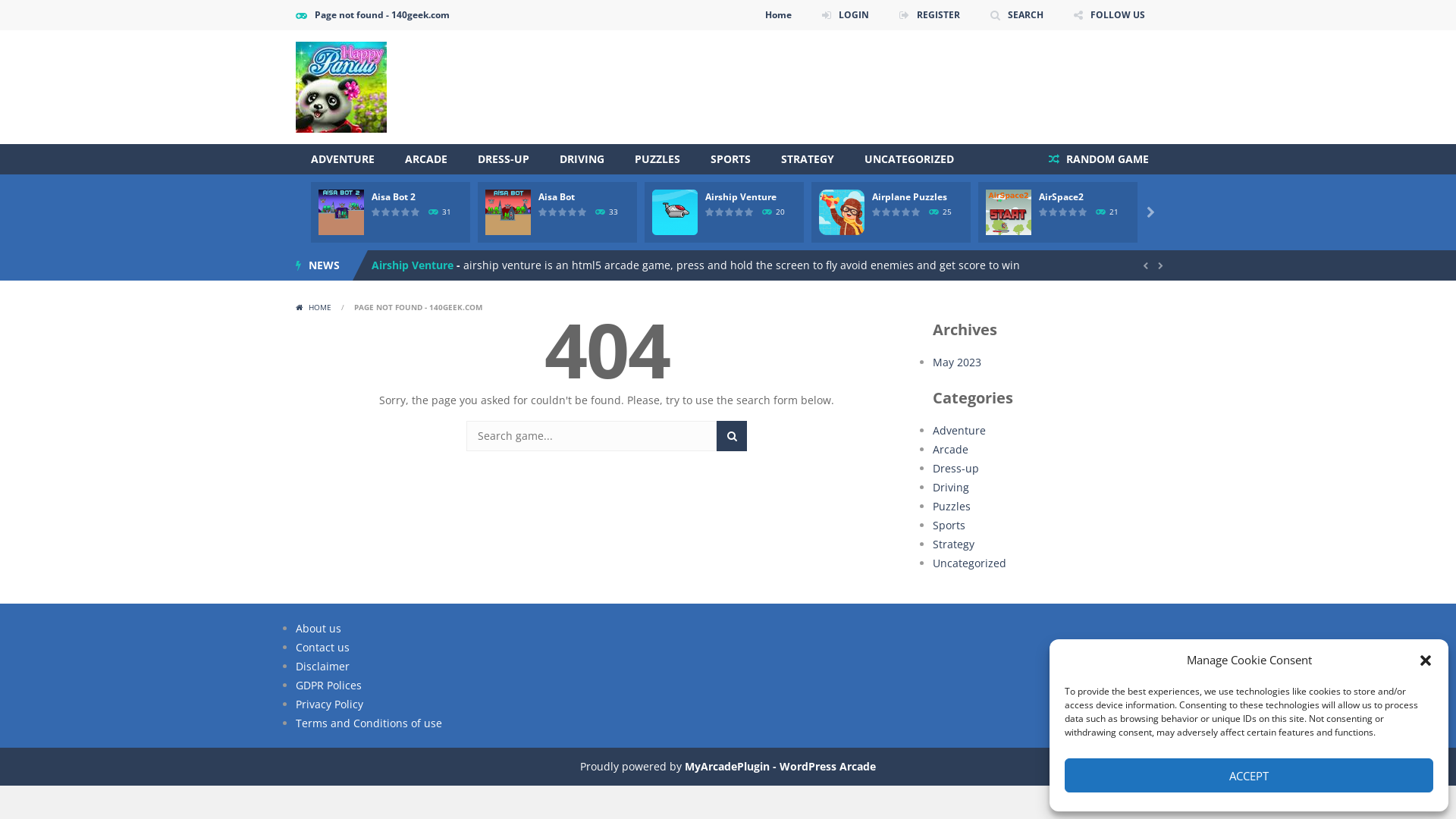  What do you see at coordinates (503, 158) in the screenshot?
I see `'DRESS-UP'` at bounding box center [503, 158].